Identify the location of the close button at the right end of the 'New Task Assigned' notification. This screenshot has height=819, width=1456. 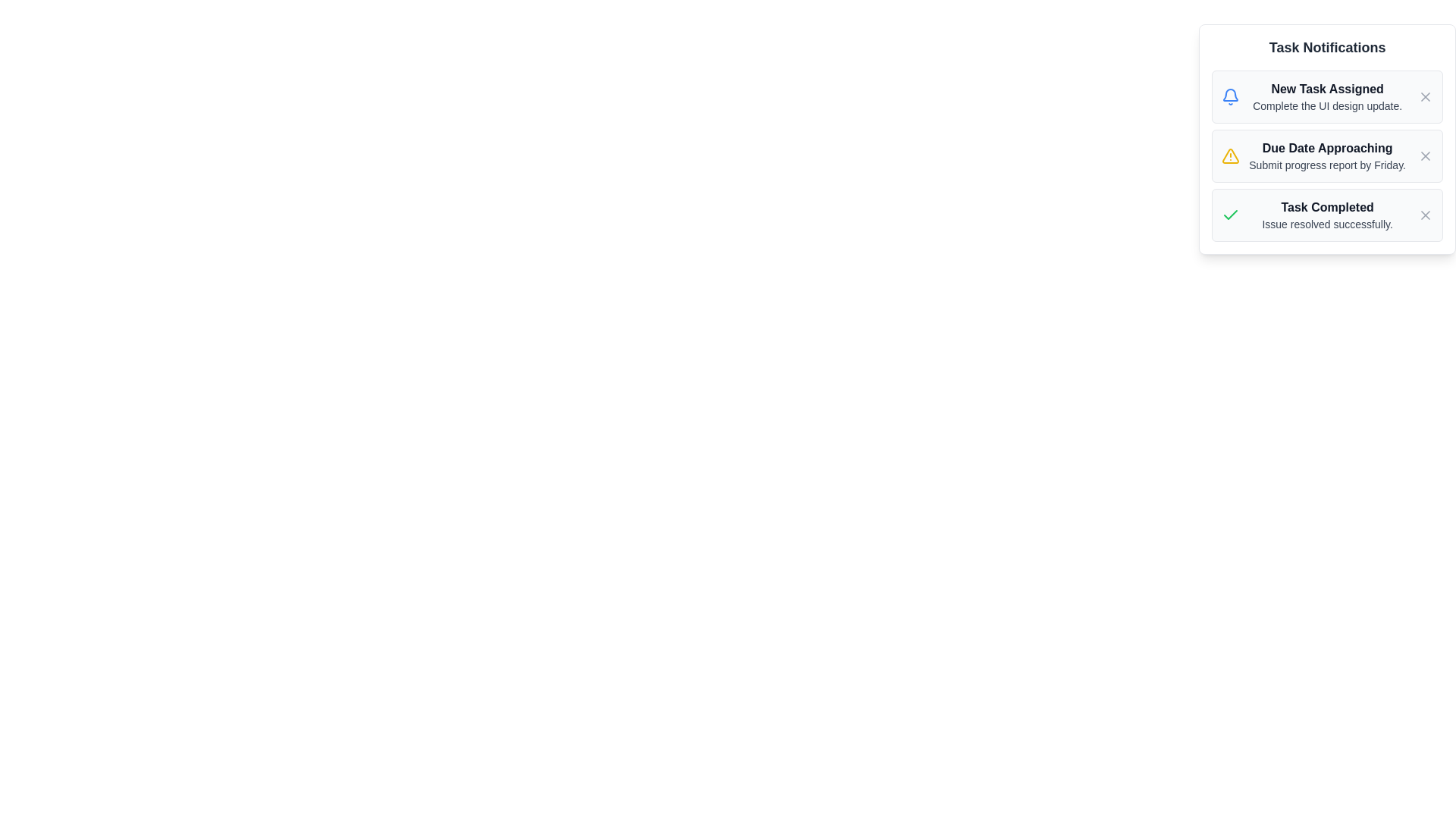
(1425, 96).